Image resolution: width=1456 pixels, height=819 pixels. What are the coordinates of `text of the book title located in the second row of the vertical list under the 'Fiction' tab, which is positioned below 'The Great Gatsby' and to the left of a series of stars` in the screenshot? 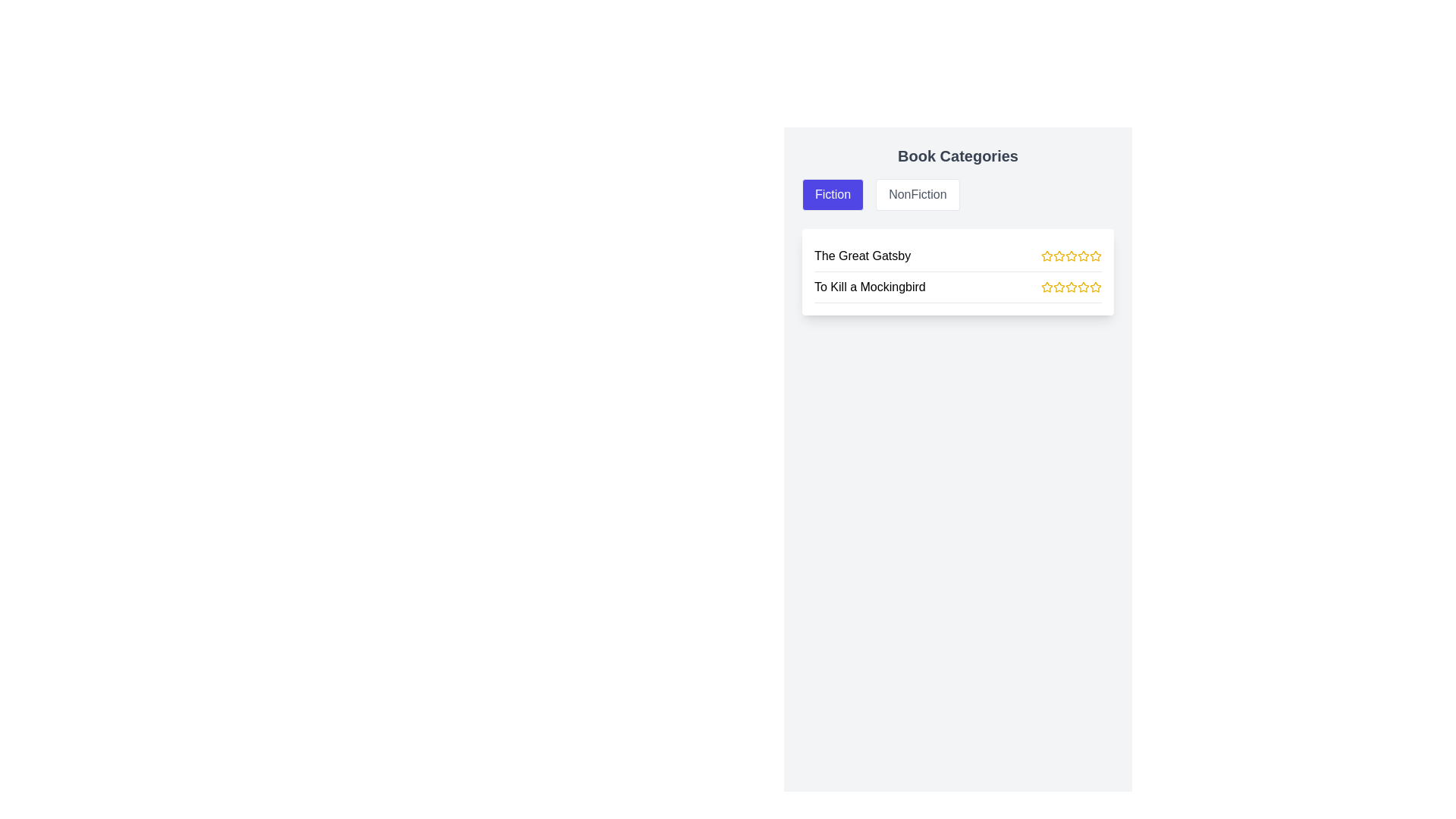 It's located at (870, 287).